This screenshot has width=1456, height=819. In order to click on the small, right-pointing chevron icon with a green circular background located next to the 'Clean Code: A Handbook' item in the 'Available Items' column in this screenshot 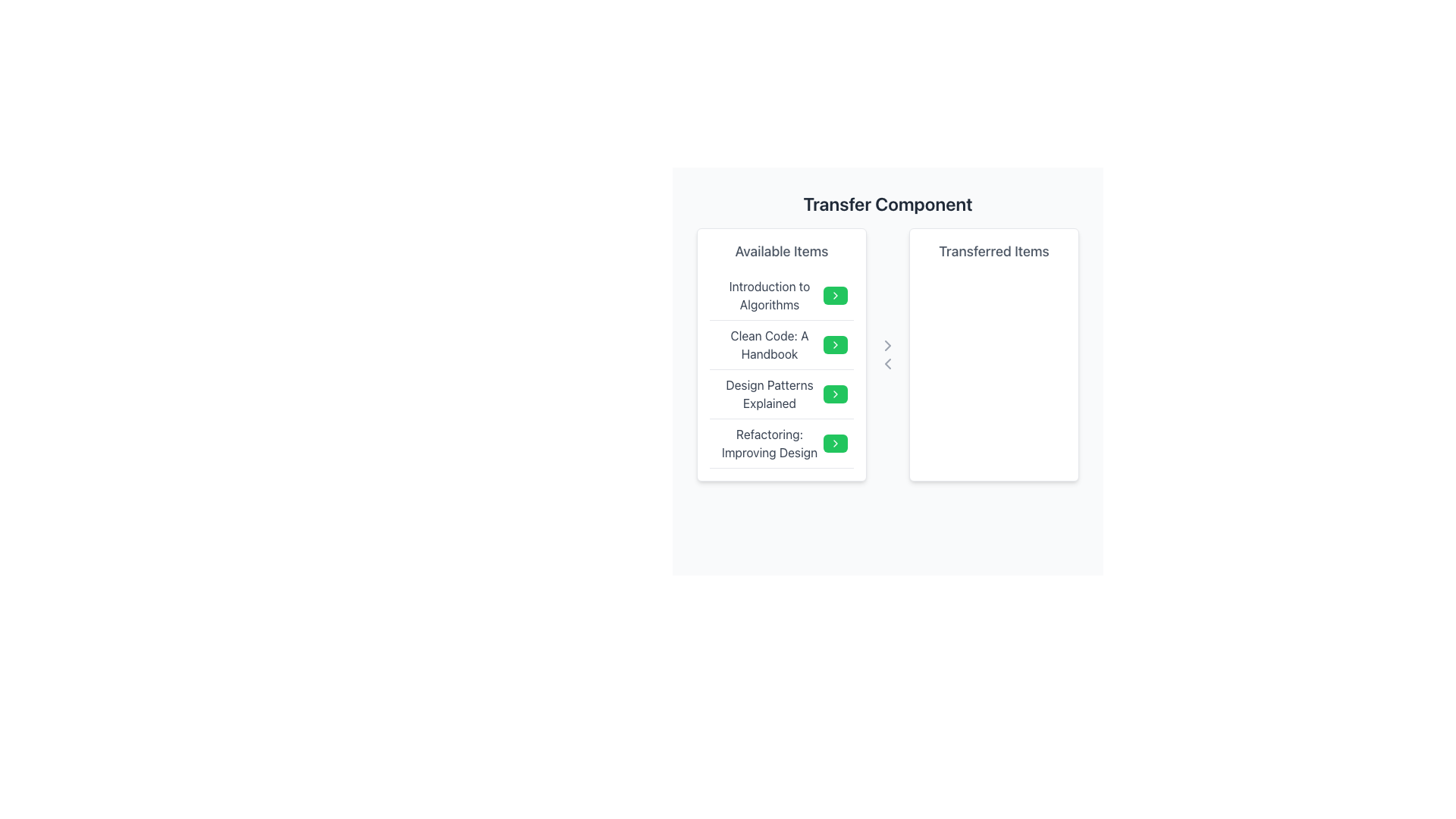, I will do `click(835, 345)`.